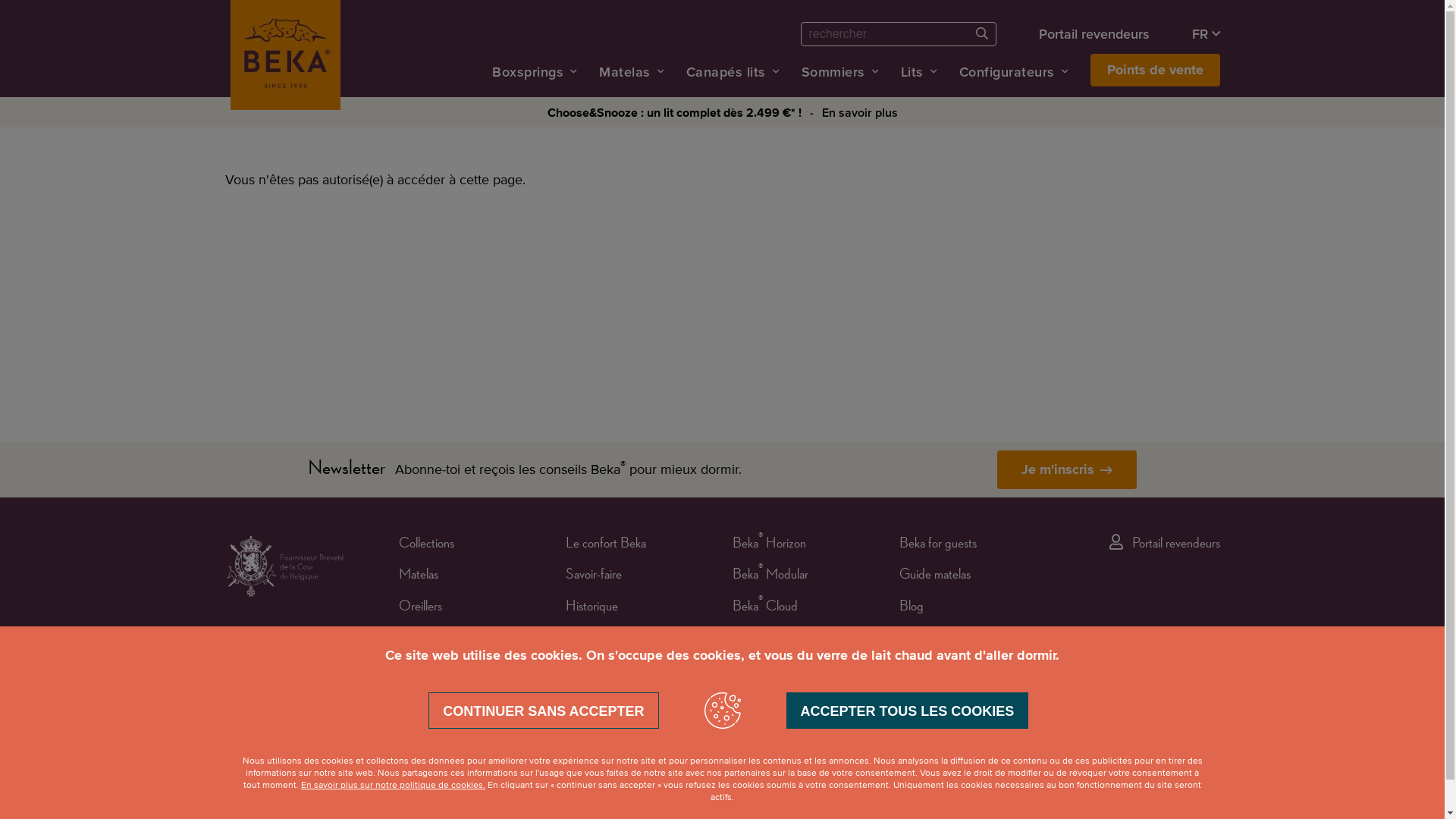  I want to click on 'Matelas', so click(419, 576).